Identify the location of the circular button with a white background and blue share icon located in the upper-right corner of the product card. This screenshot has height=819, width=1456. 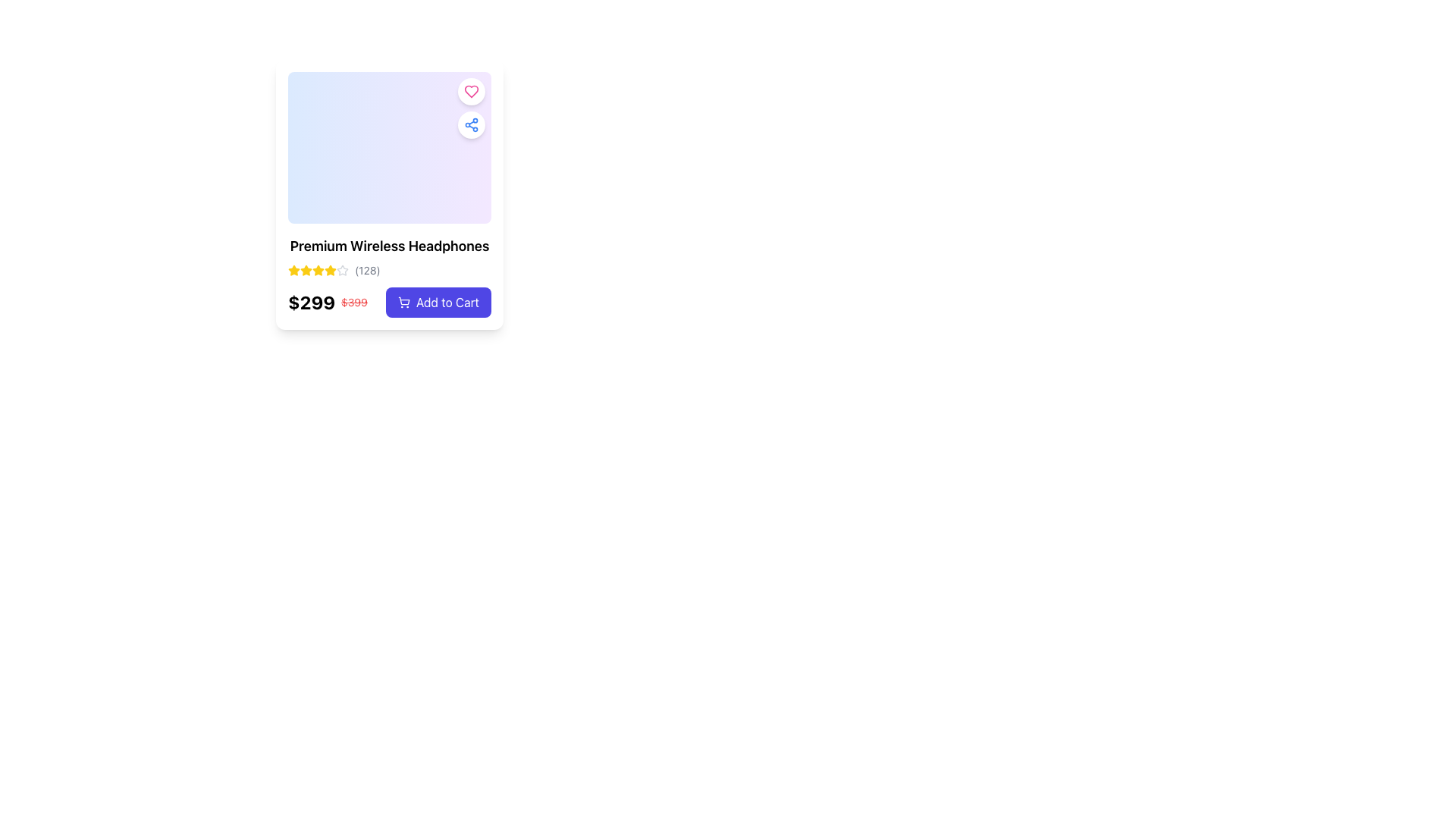
(471, 124).